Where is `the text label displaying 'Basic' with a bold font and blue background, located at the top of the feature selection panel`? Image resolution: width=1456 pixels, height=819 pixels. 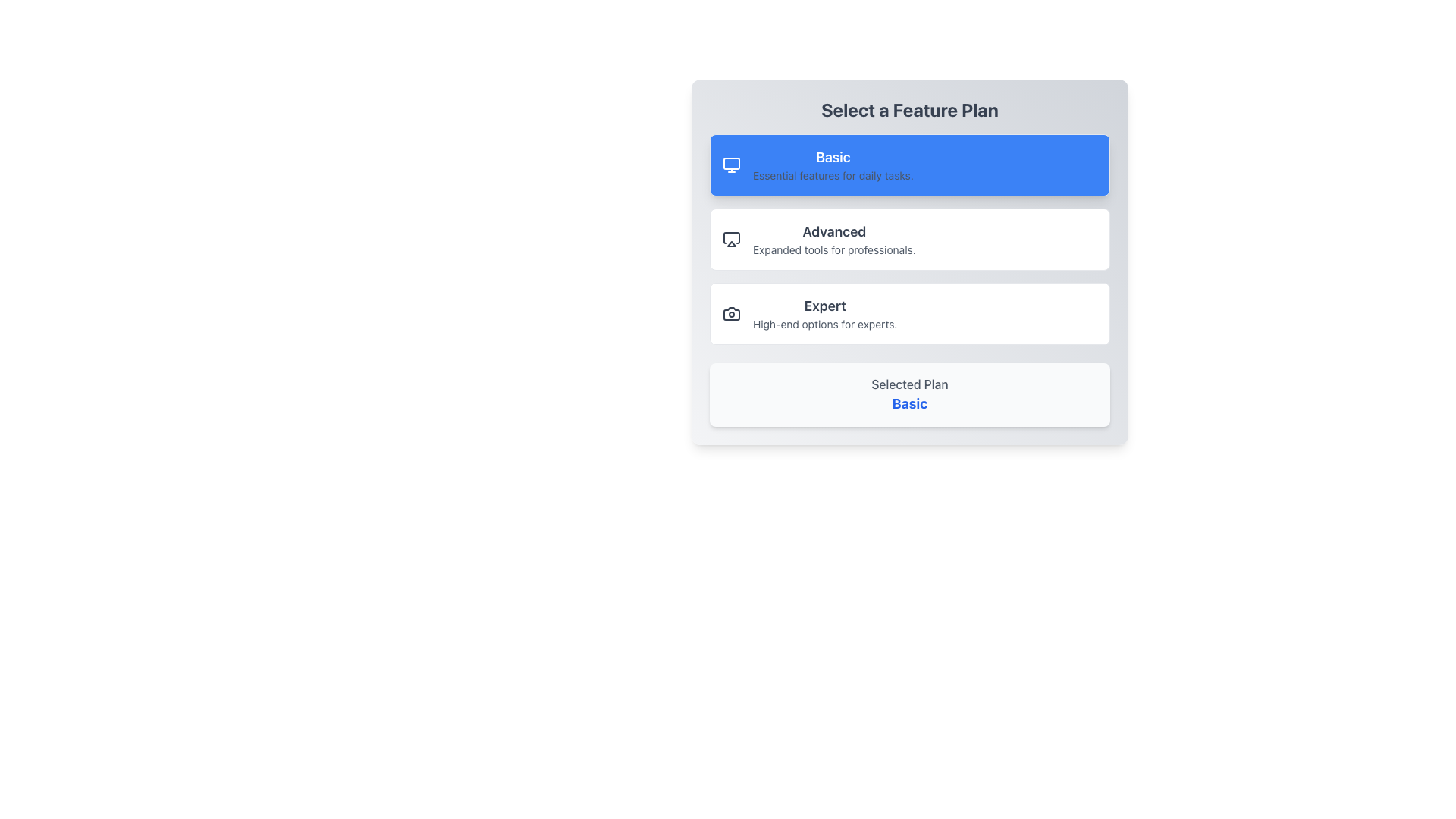
the text label displaying 'Basic' with a bold font and blue background, located at the top of the feature selection panel is located at coordinates (832, 158).